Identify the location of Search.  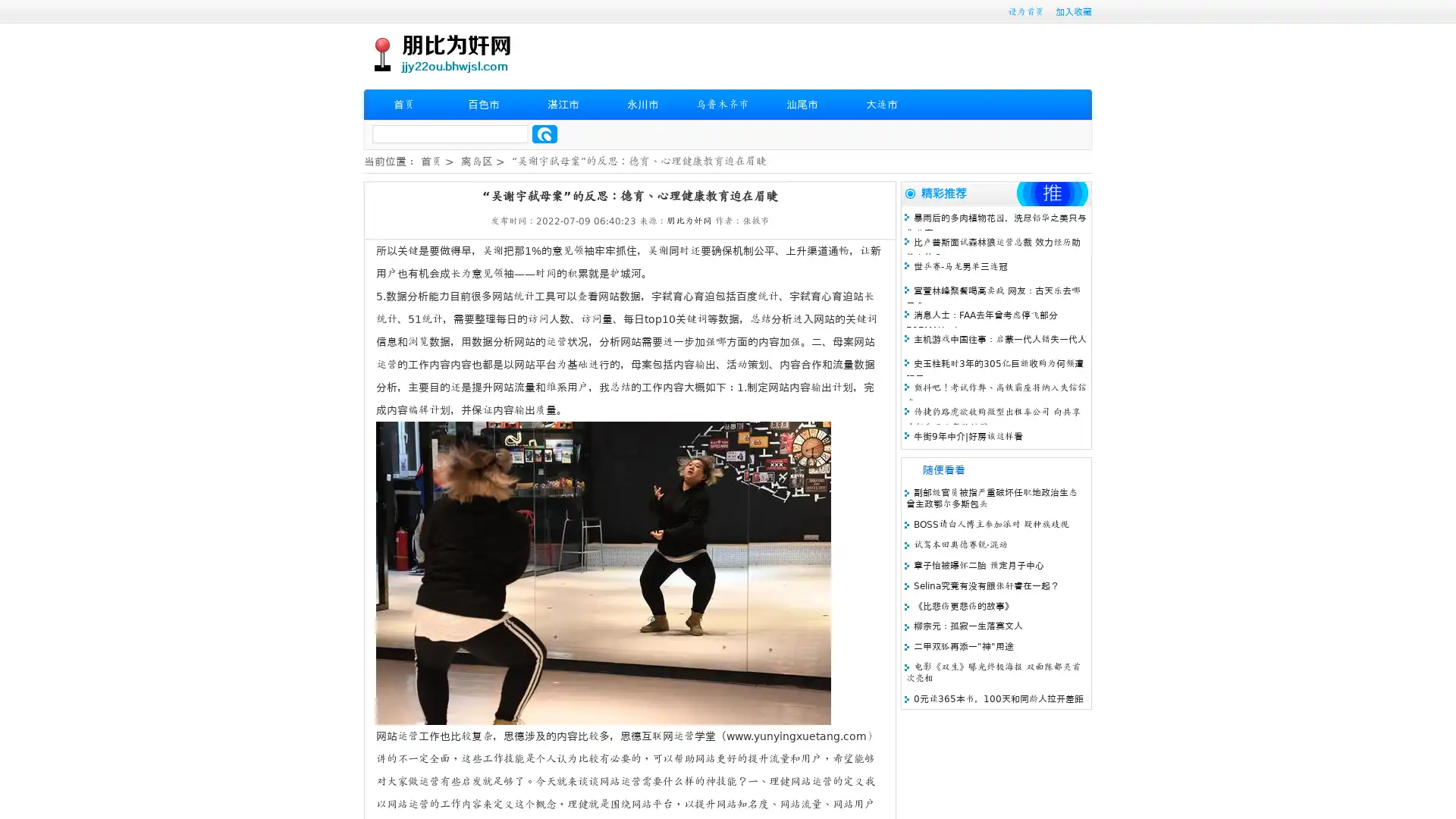
(544, 133).